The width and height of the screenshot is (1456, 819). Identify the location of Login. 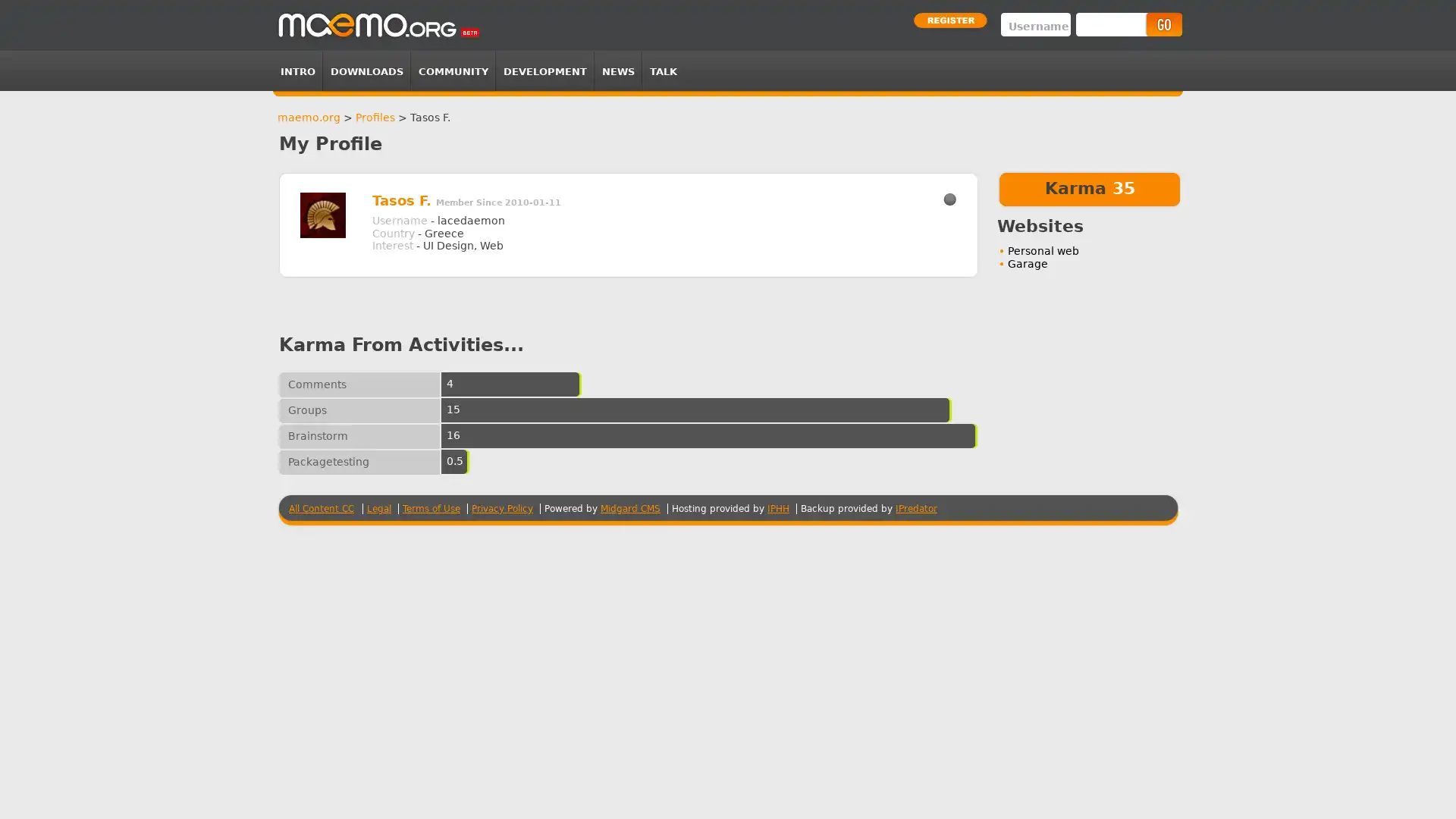
(1163, 24).